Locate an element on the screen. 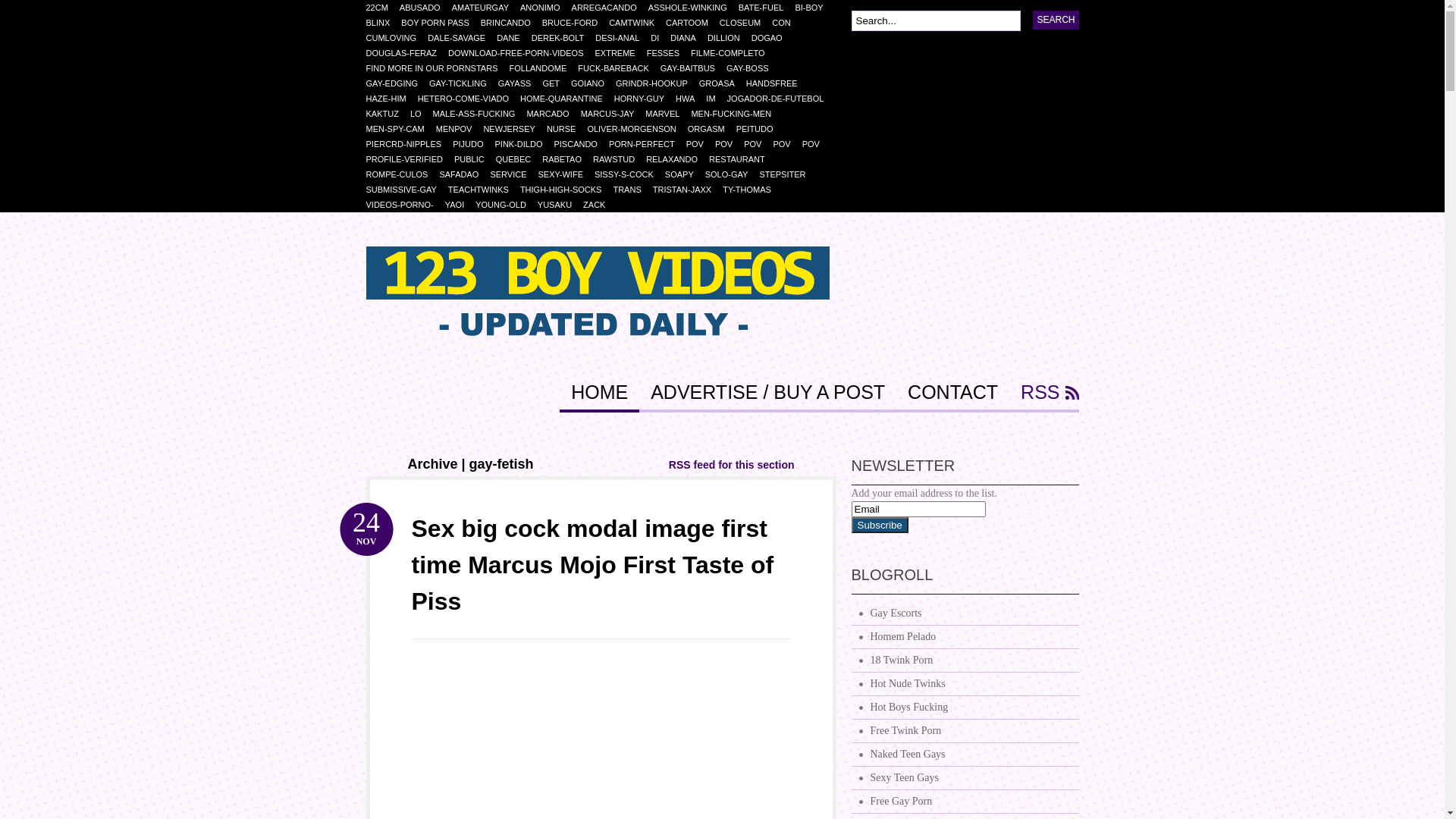  'CUMLOVING' is located at coordinates (397, 37).